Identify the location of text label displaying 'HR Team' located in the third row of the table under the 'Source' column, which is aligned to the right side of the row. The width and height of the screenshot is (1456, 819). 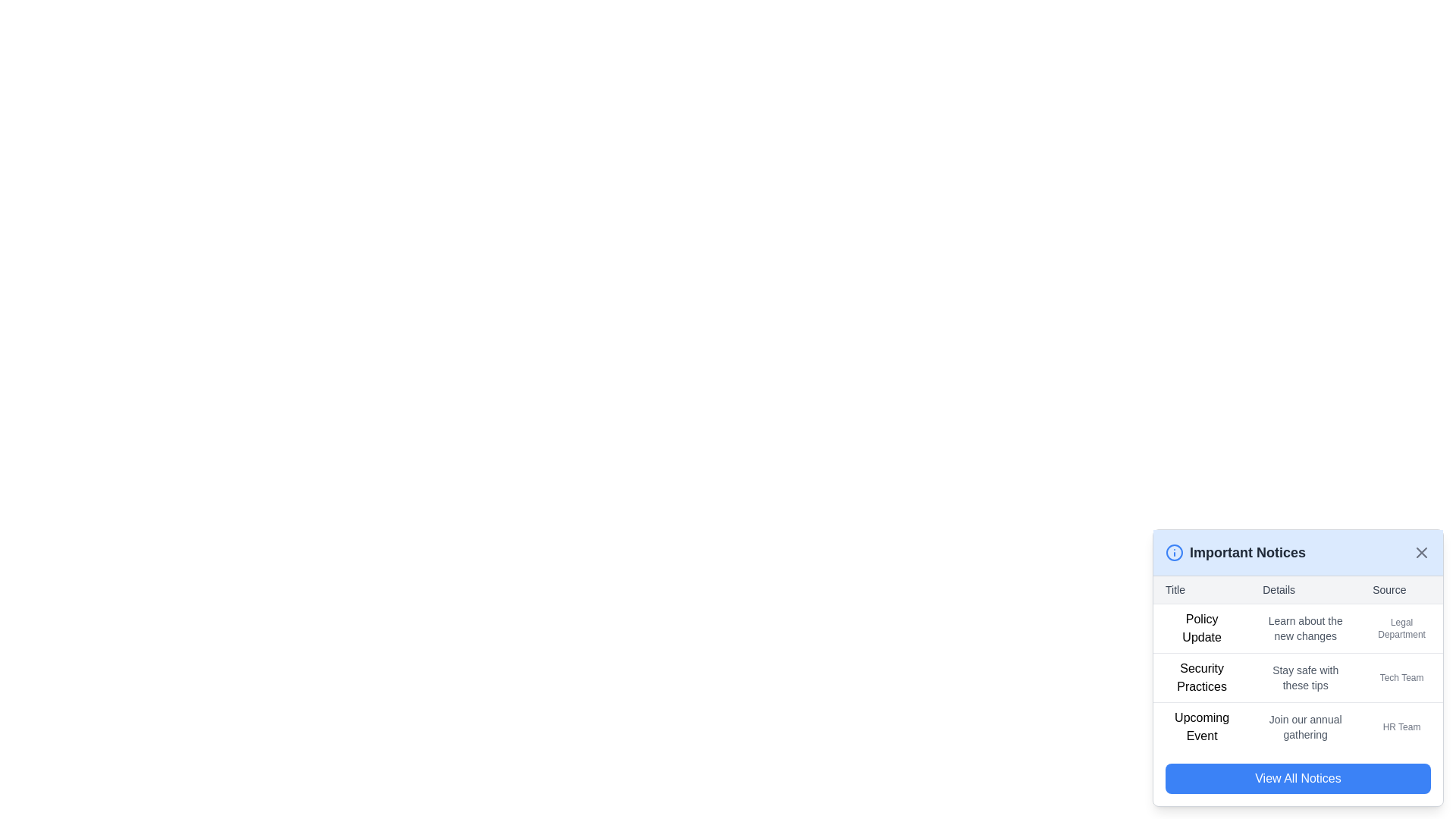
(1401, 726).